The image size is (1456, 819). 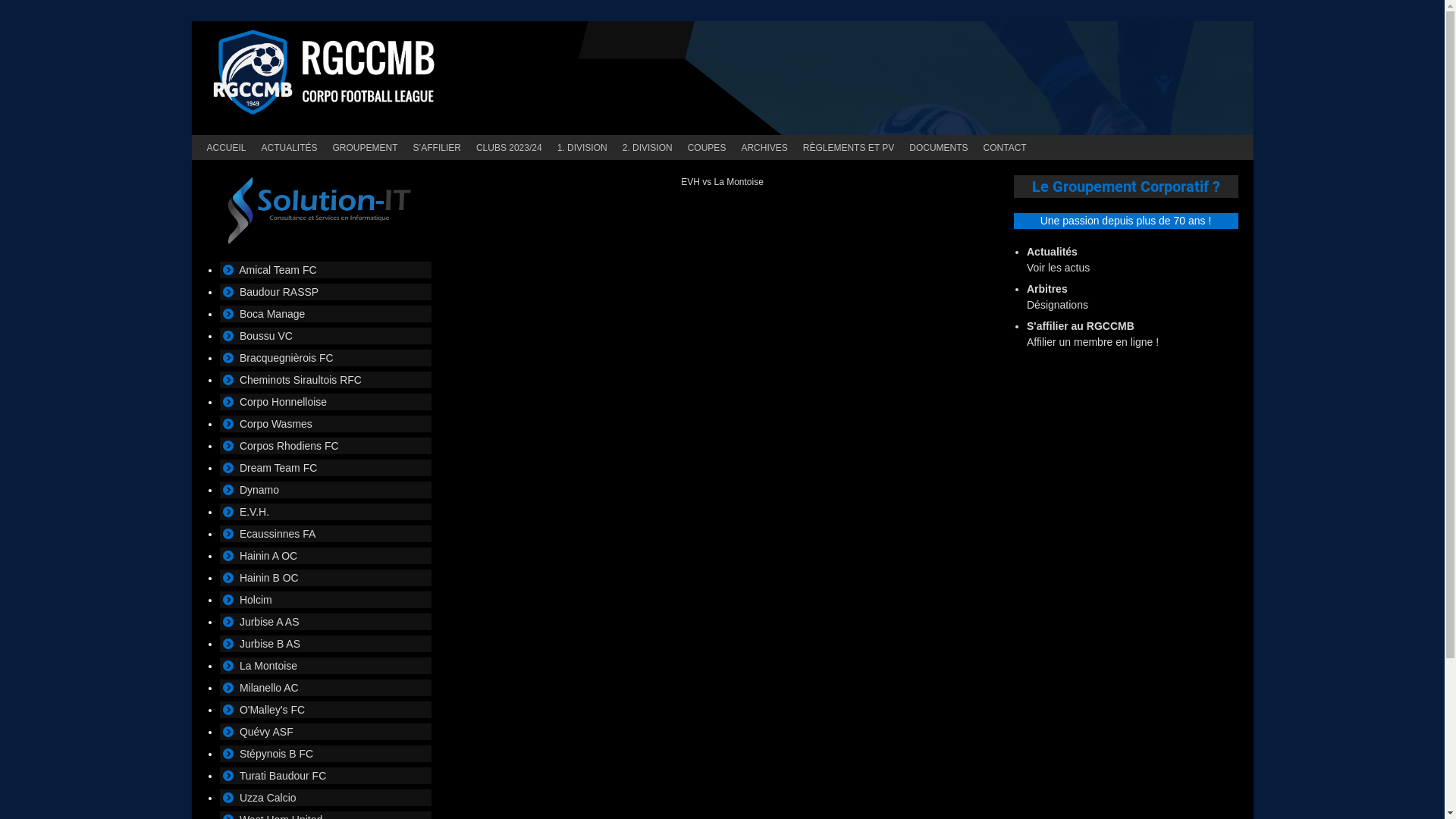 I want to click on 'GROUPEMENT', so click(x=365, y=147).